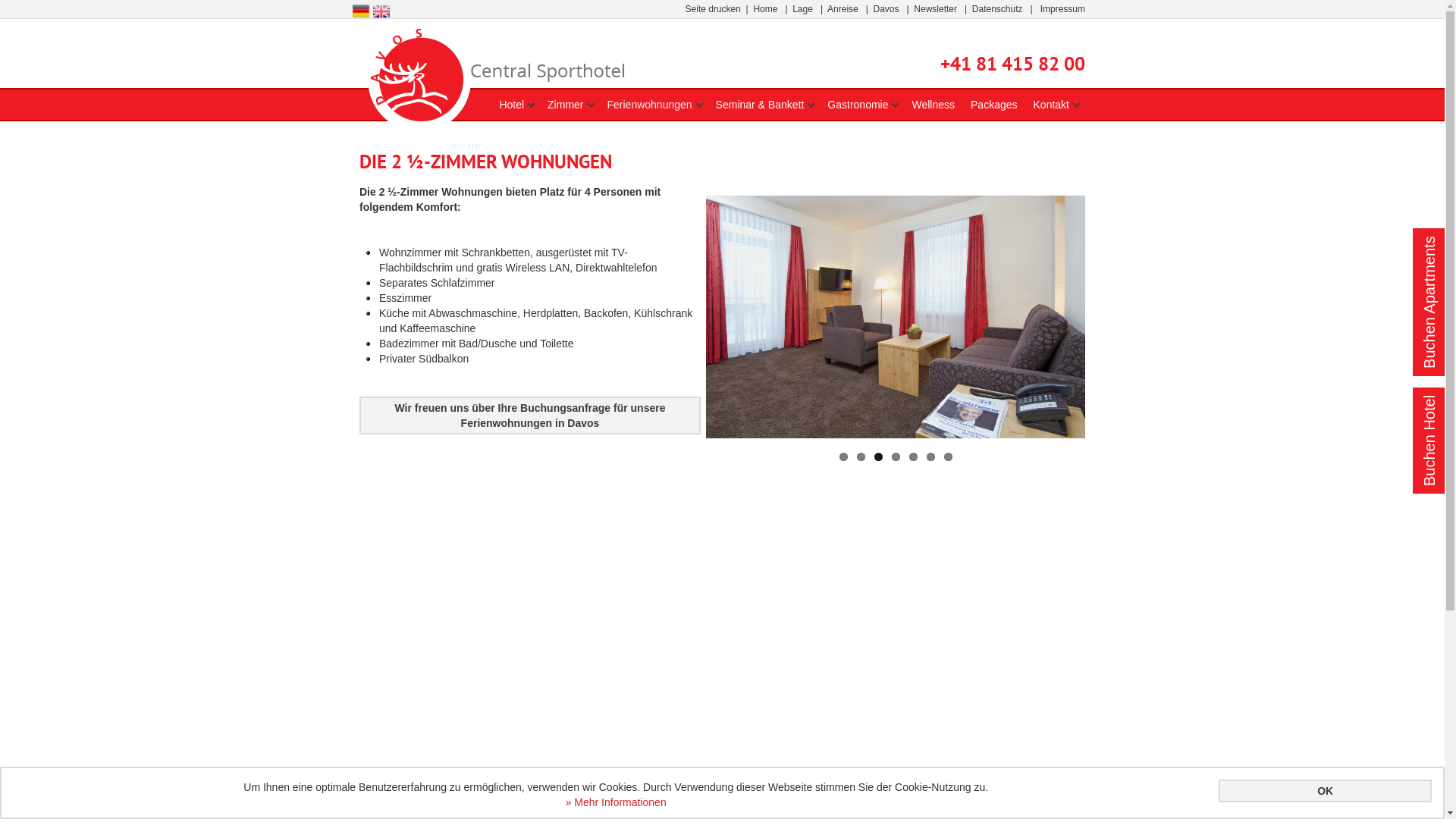 The height and width of the screenshot is (819, 1456). I want to click on 'En', so click(381, 9).